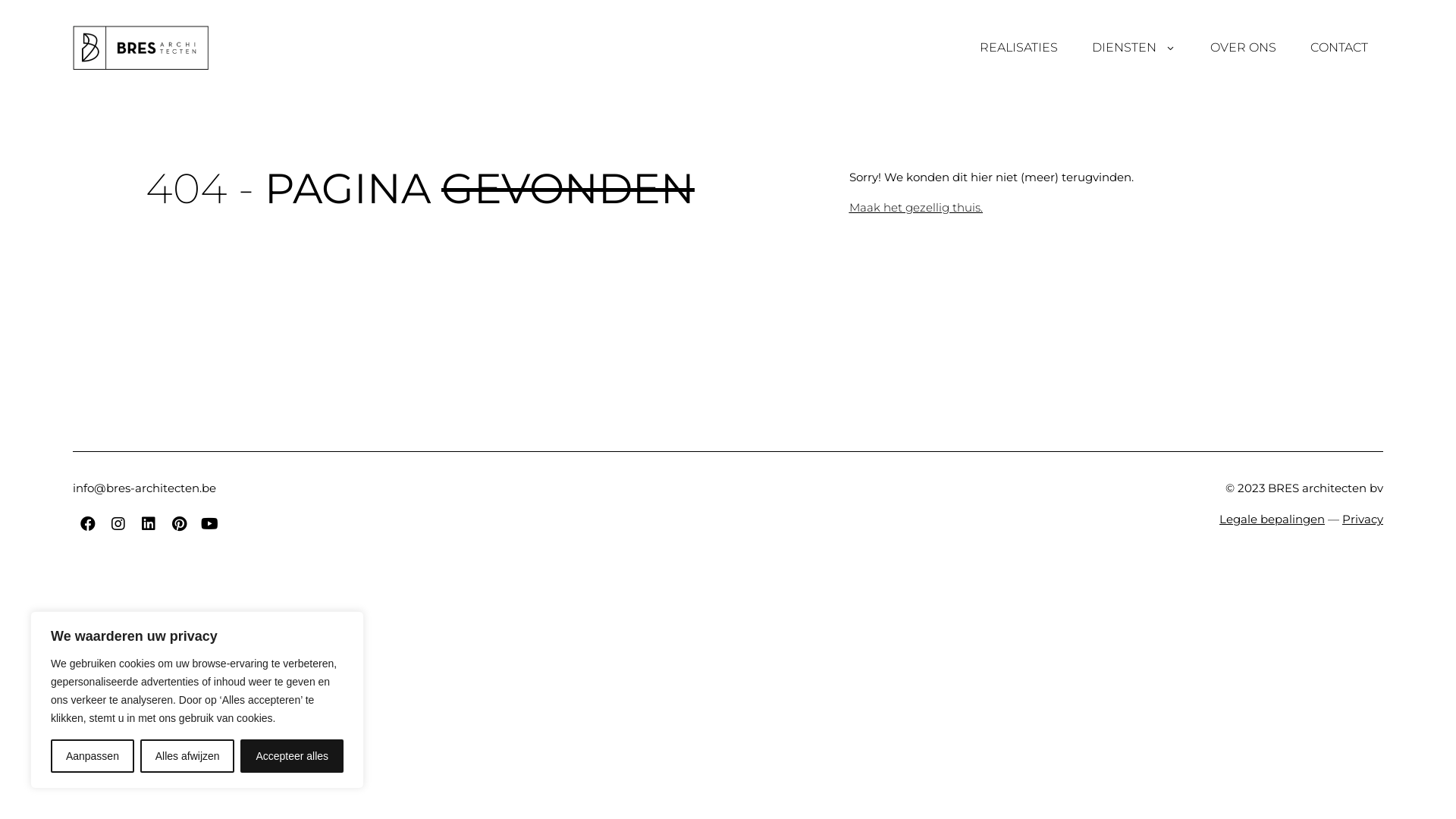 The height and width of the screenshot is (819, 1456). Describe the element at coordinates (1362, 518) in the screenshot. I see `'Privacy'` at that location.